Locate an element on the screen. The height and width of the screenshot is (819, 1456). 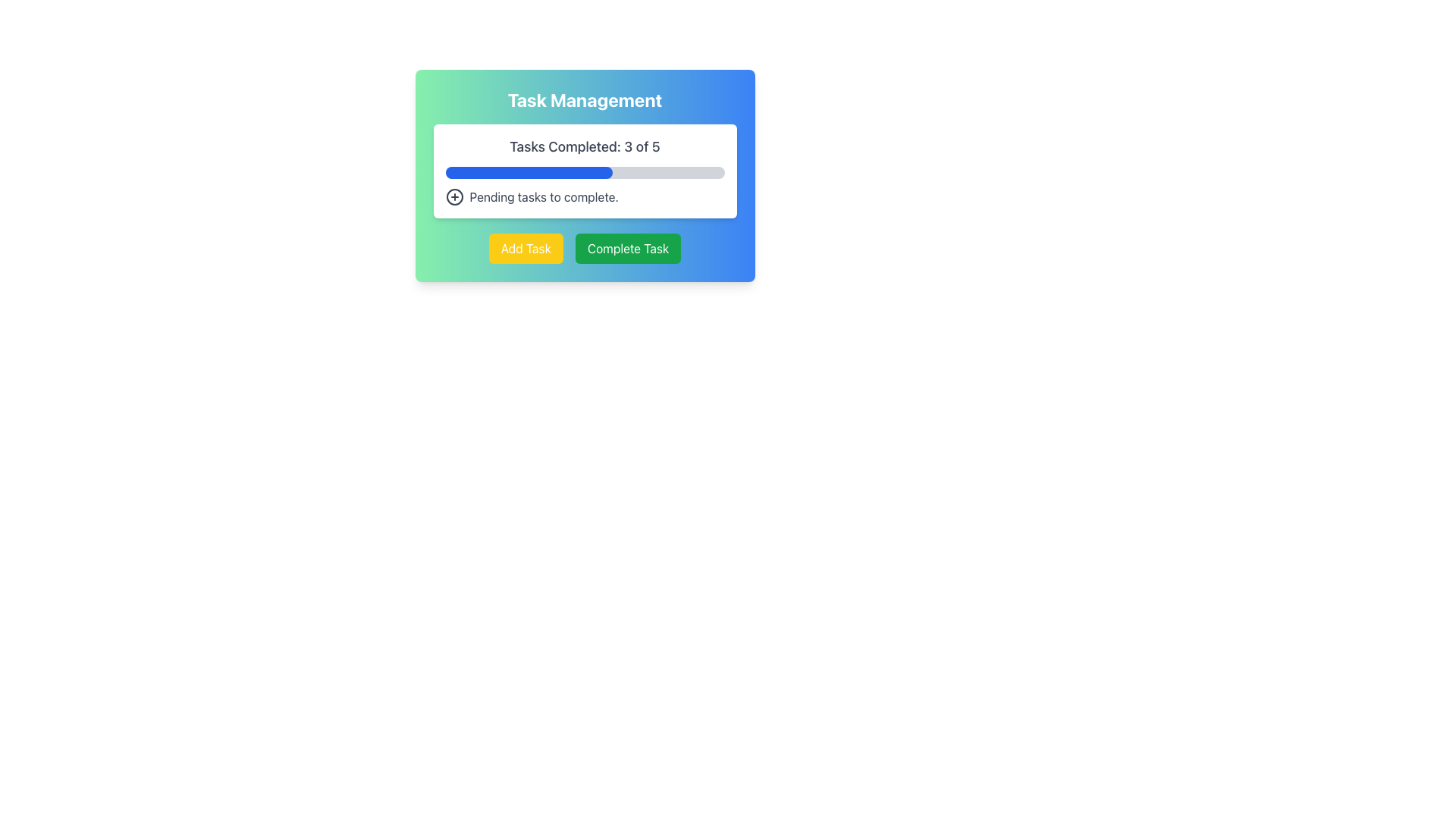
the informational text label that provides a status message related to pending tasks in the task management system, located on the right side of a horizontal arrangement with a circular icon containing a plus sign to its left is located at coordinates (544, 196).